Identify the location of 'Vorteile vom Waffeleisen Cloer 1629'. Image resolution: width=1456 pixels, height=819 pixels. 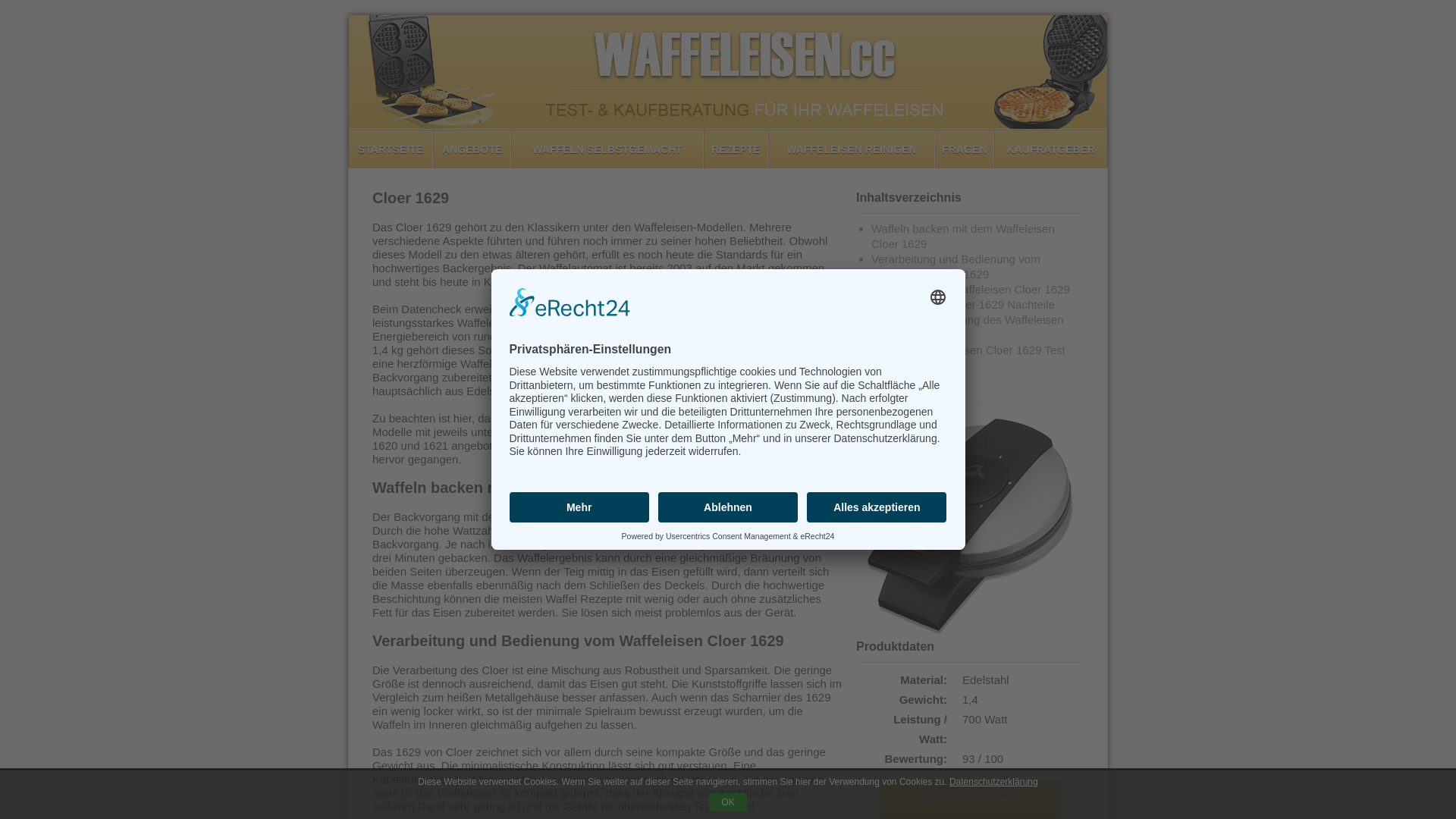
(886, 289).